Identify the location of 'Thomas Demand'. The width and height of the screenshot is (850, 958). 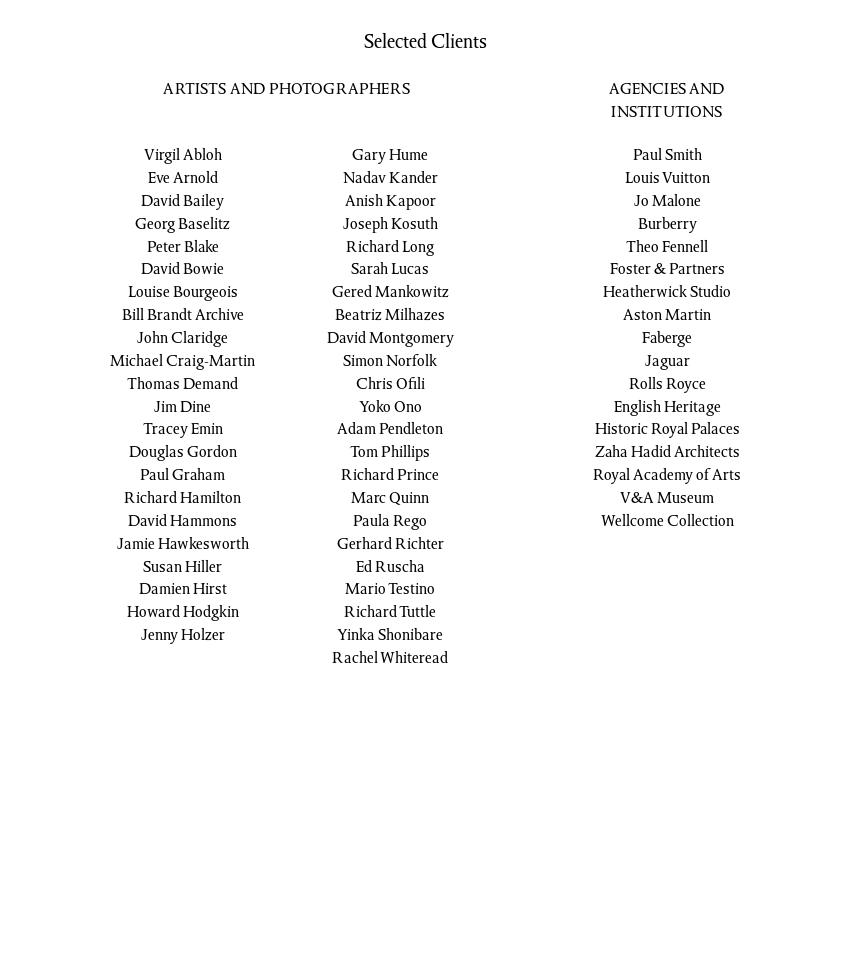
(181, 382).